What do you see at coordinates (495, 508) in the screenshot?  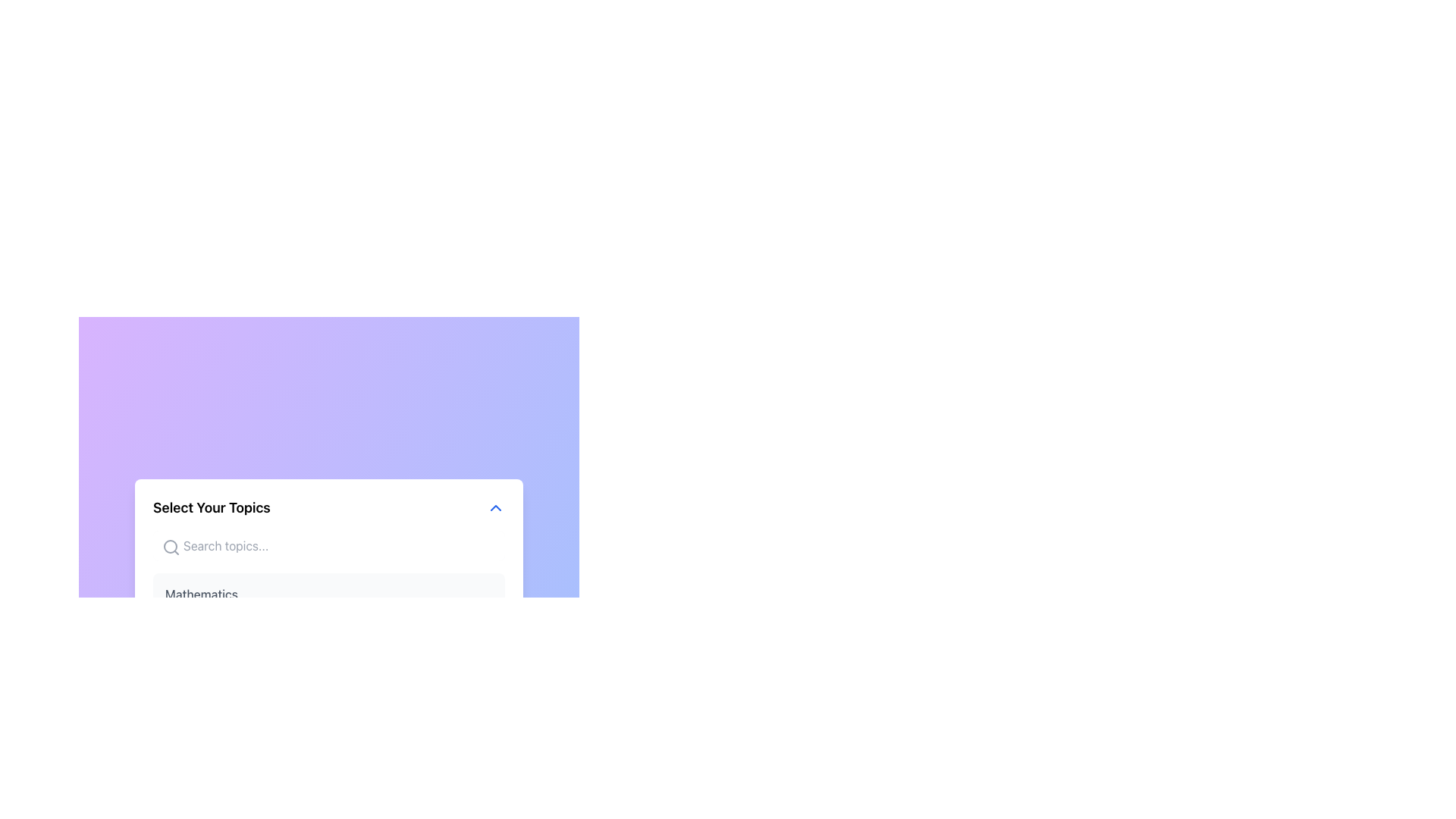 I see `the Chevron Icon located on the right side of the 'Select Your Topics' header` at bounding box center [495, 508].